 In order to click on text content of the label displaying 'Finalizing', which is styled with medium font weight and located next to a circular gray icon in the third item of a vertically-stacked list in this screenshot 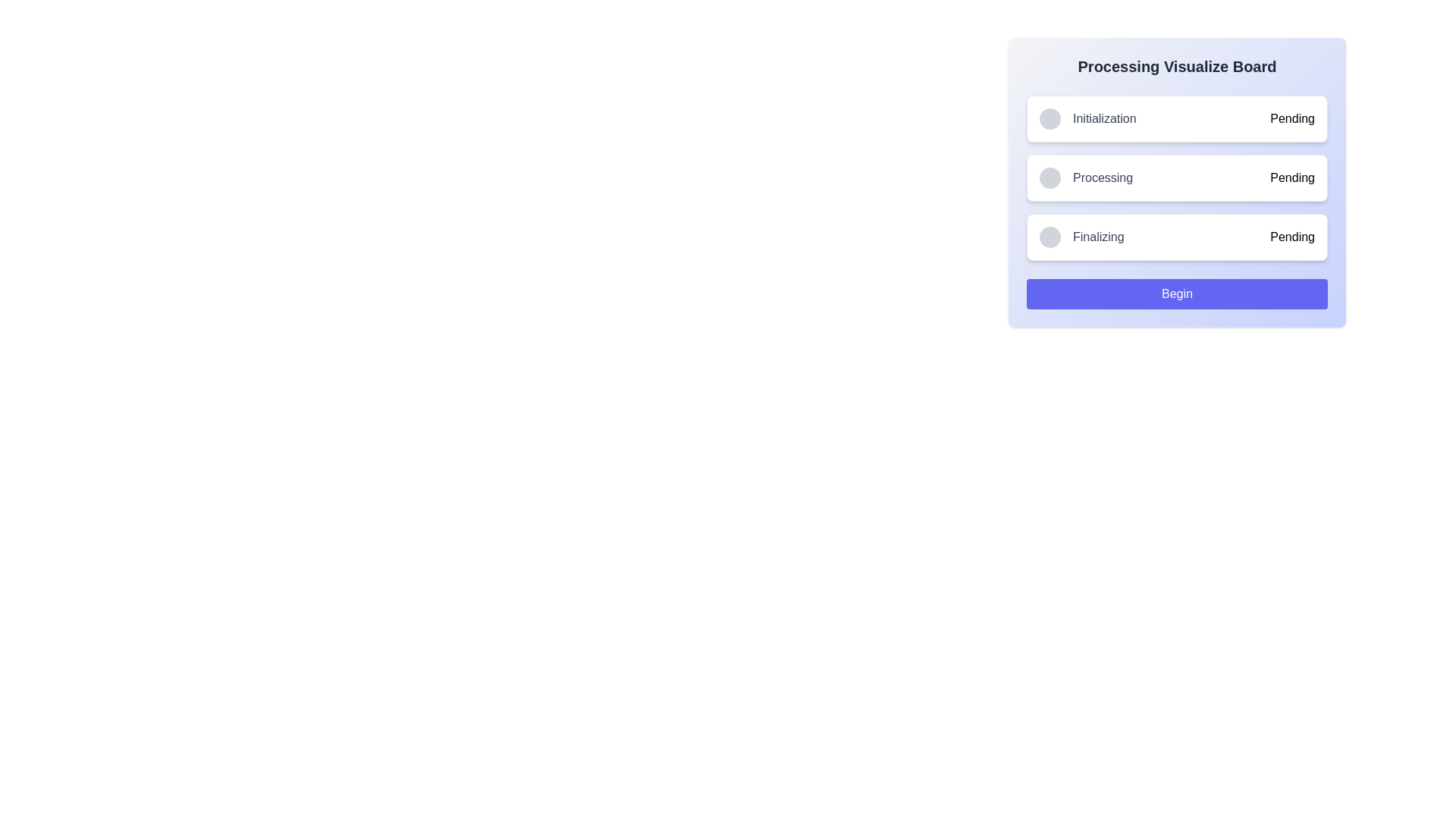, I will do `click(1081, 237)`.